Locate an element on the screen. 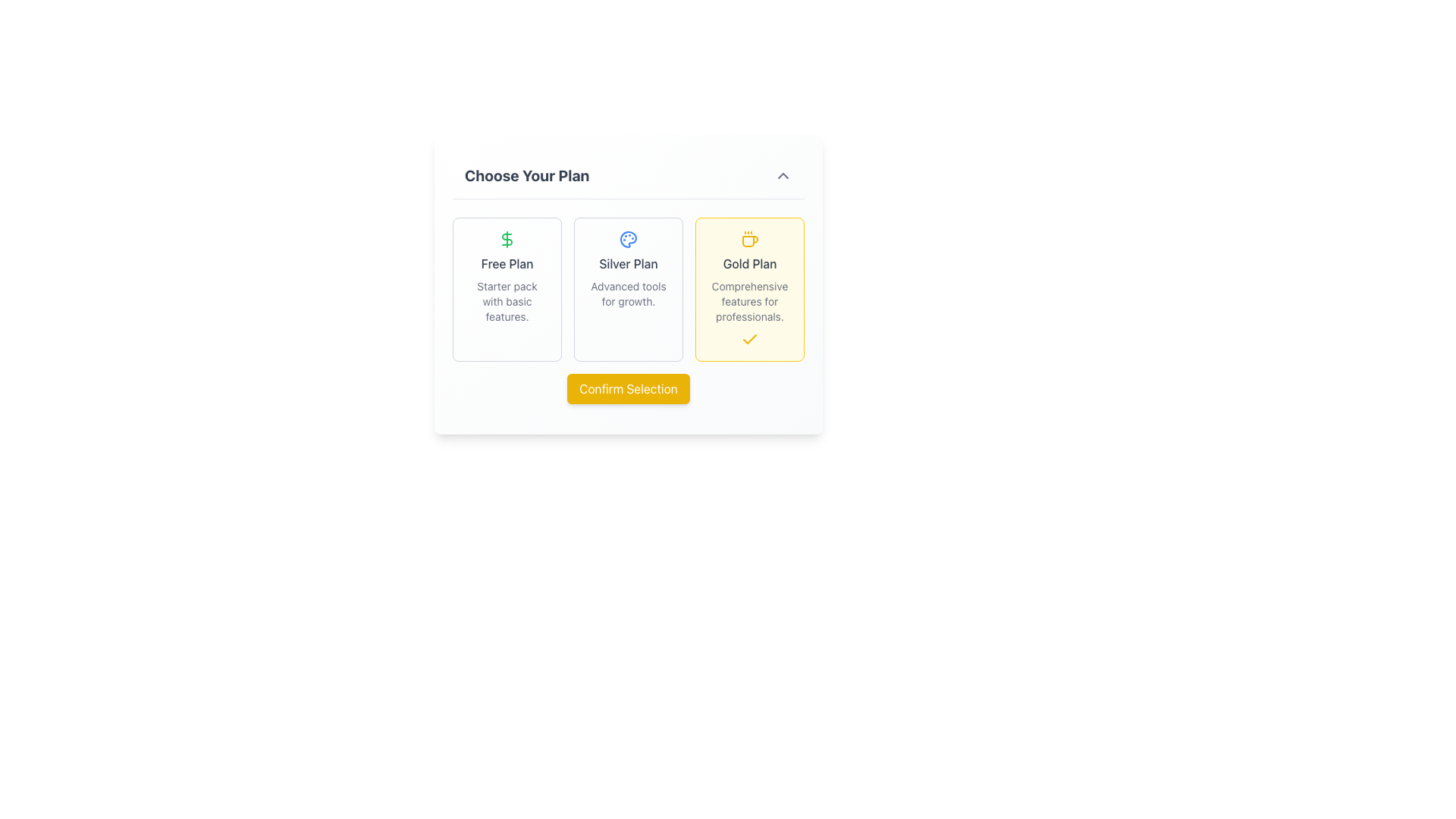  the green dollar sign icon located at the top of the 'Free Plan' card for identification purposes is located at coordinates (507, 239).